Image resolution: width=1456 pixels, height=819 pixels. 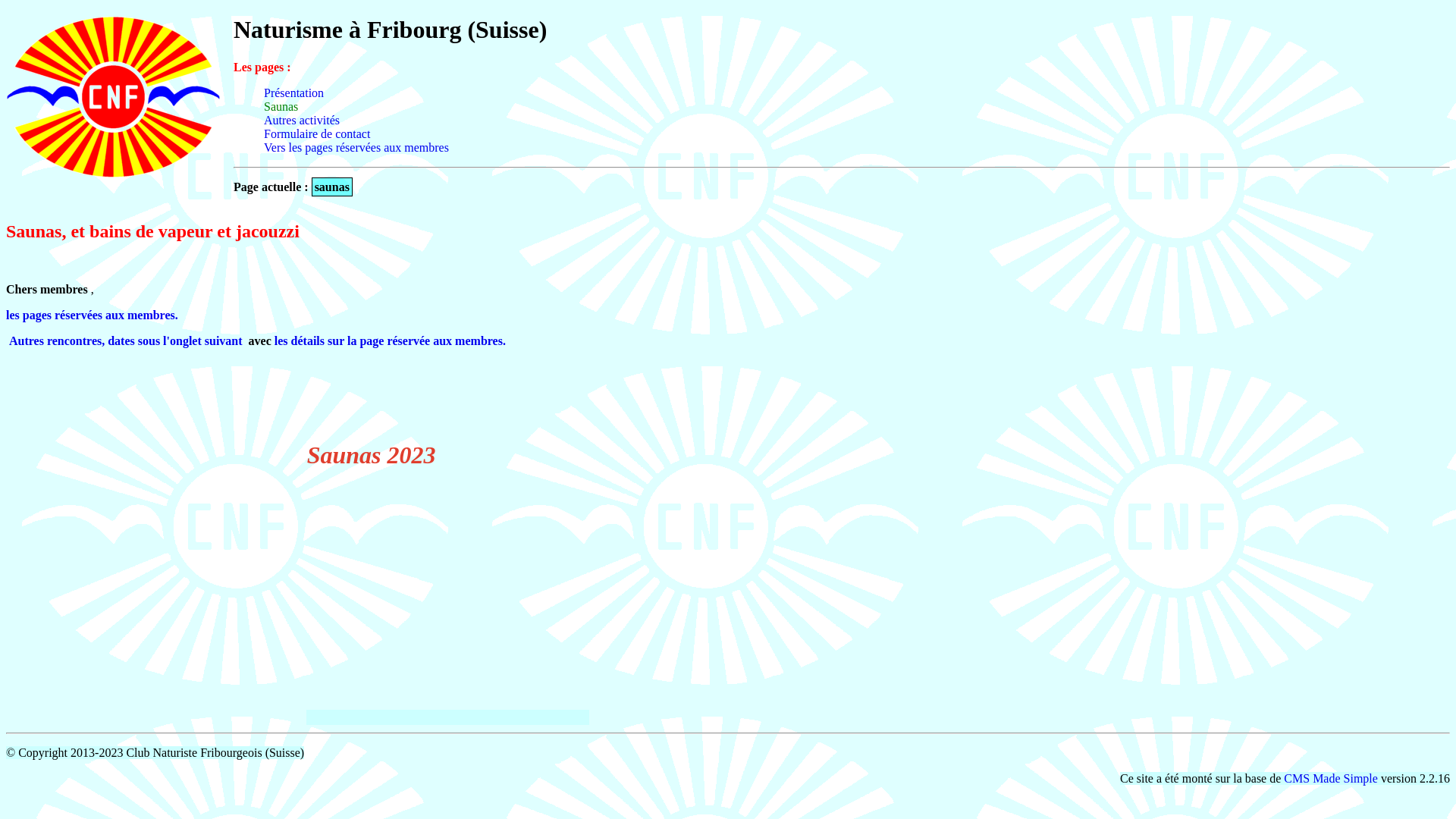 I want to click on 'Saunas', so click(x=281, y=105).